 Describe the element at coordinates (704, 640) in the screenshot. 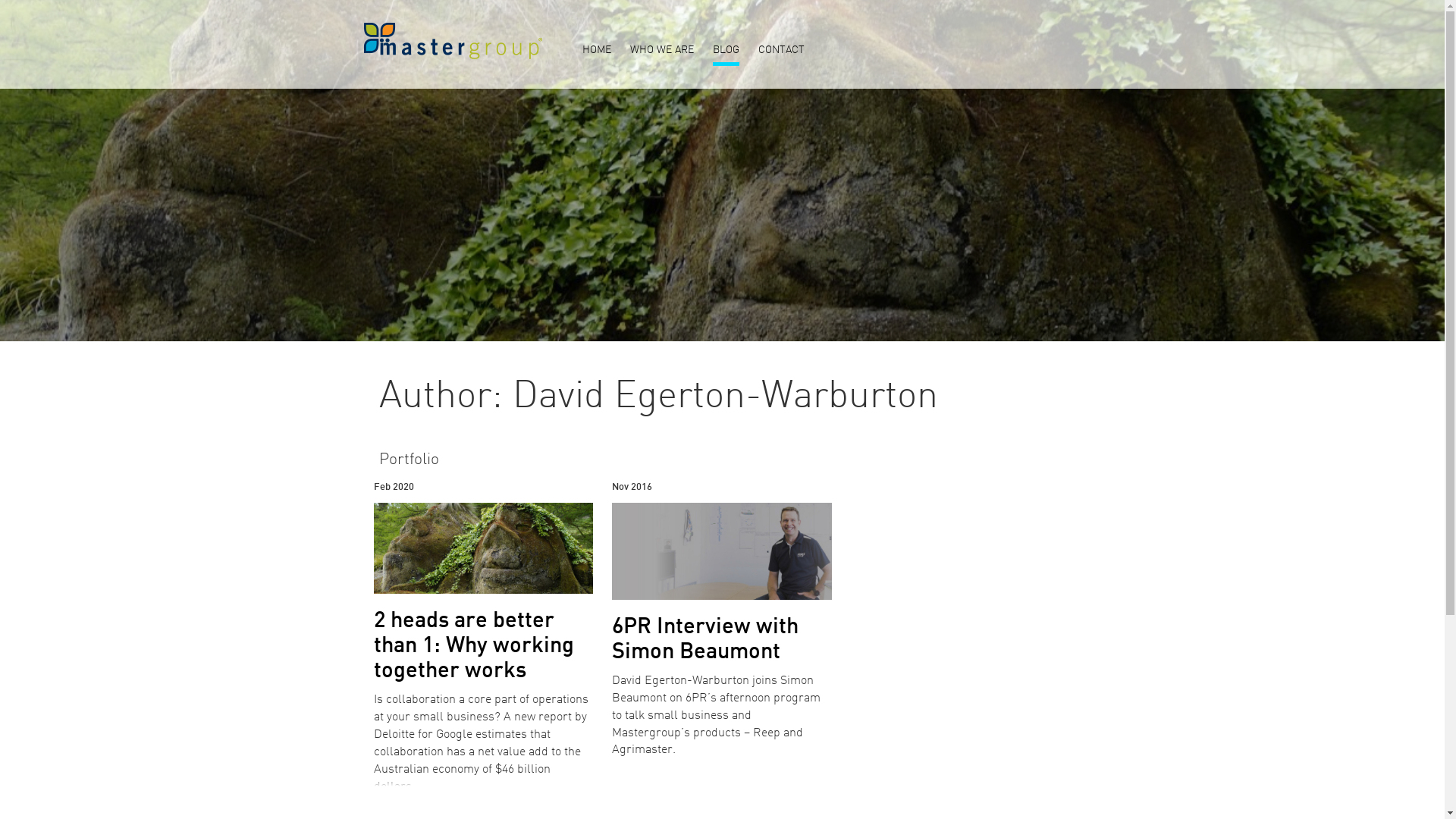

I see `'6PR Interview with Simon Beaumont'` at that location.